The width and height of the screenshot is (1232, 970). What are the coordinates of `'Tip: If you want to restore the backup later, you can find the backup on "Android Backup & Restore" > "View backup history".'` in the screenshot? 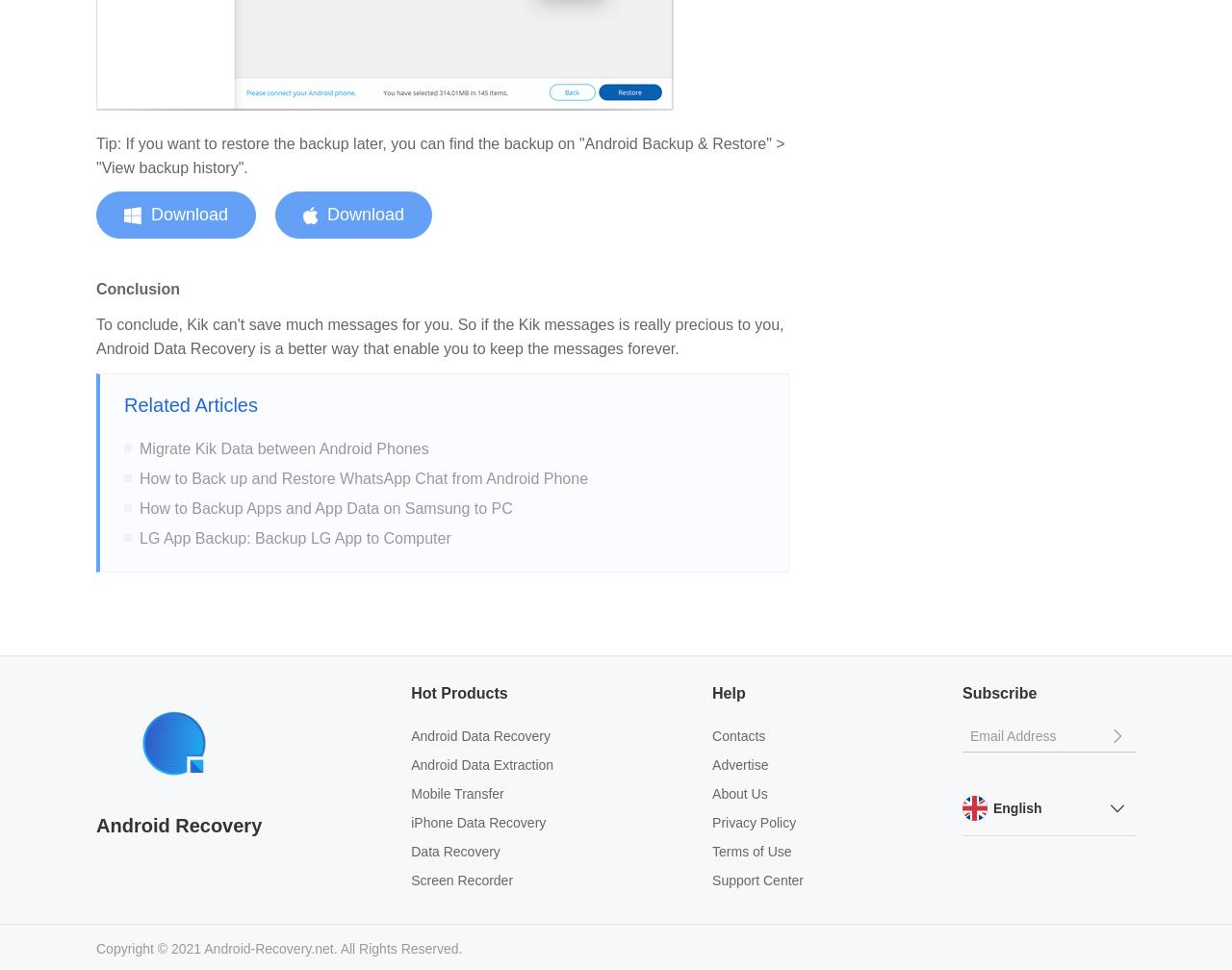 It's located at (439, 154).